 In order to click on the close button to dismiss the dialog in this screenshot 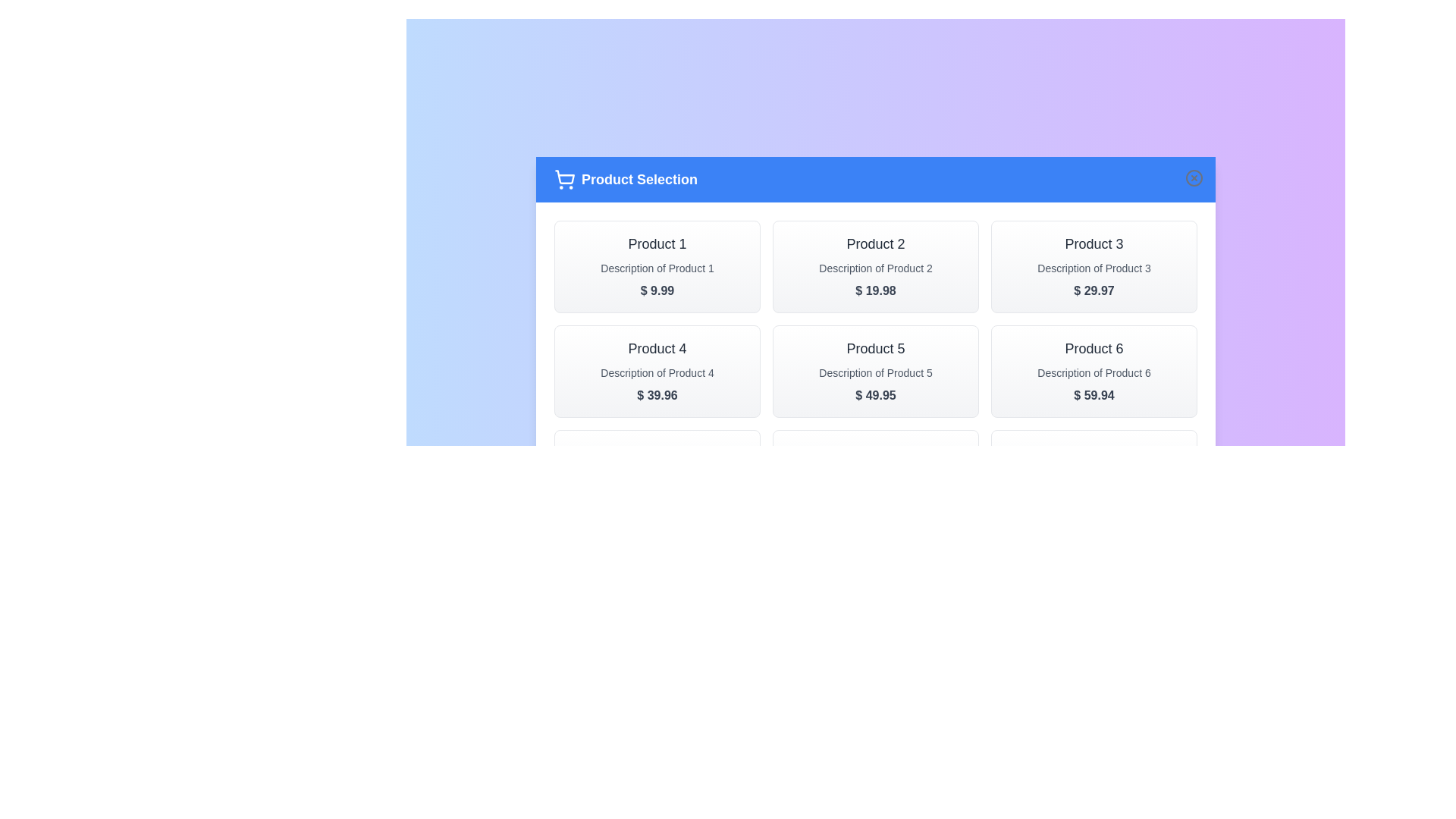, I will do `click(1193, 177)`.